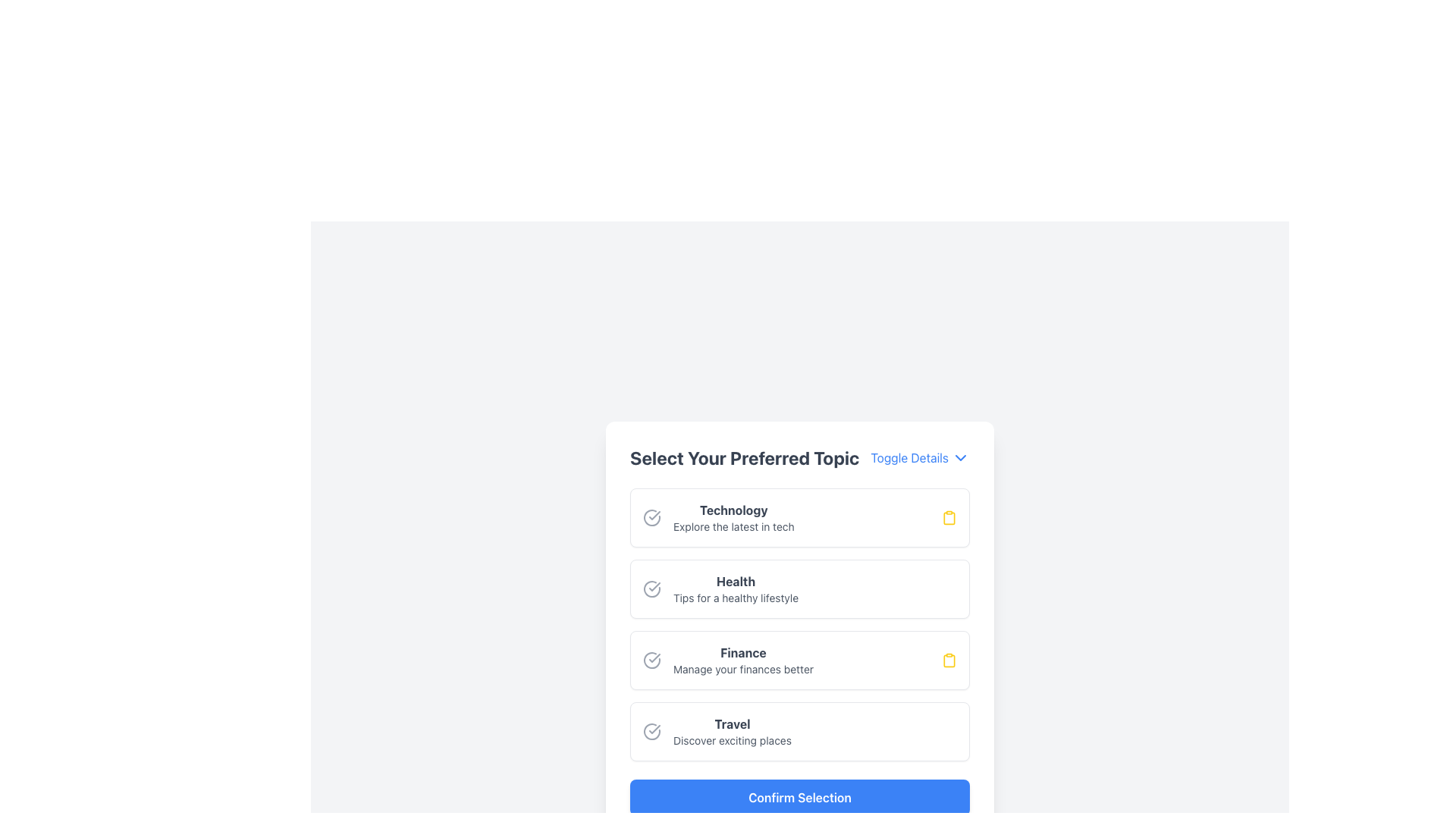 Image resolution: width=1456 pixels, height=819 pixels. I want to click on the clipboard-style icon adjacent to the 'Technology' text to interact with the related topic, so click(949, 516).